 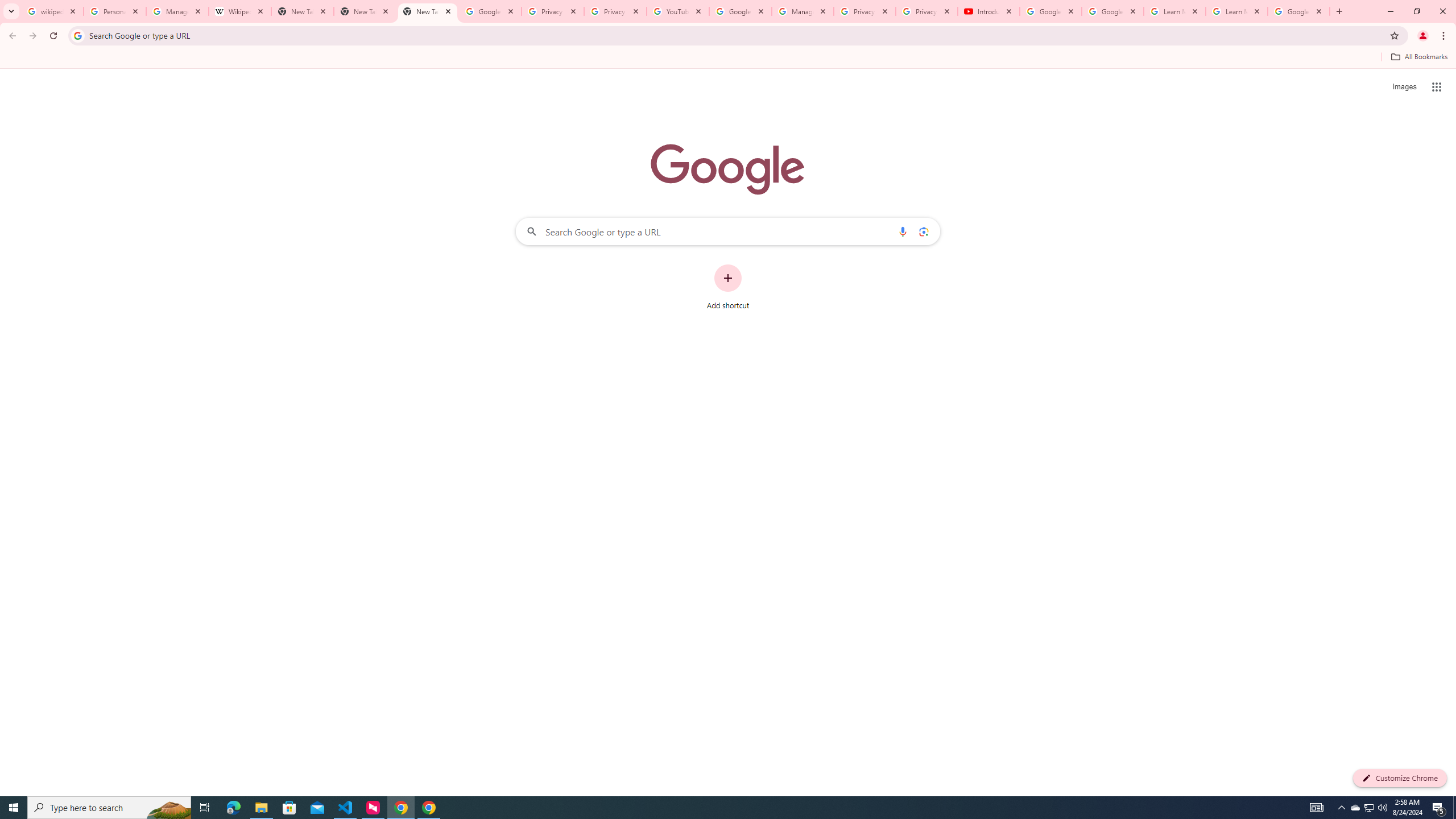 What do you see at coordinates (77, 35) in the screenshot?
I see `'Search icon'` at bounding box center [77, 35].